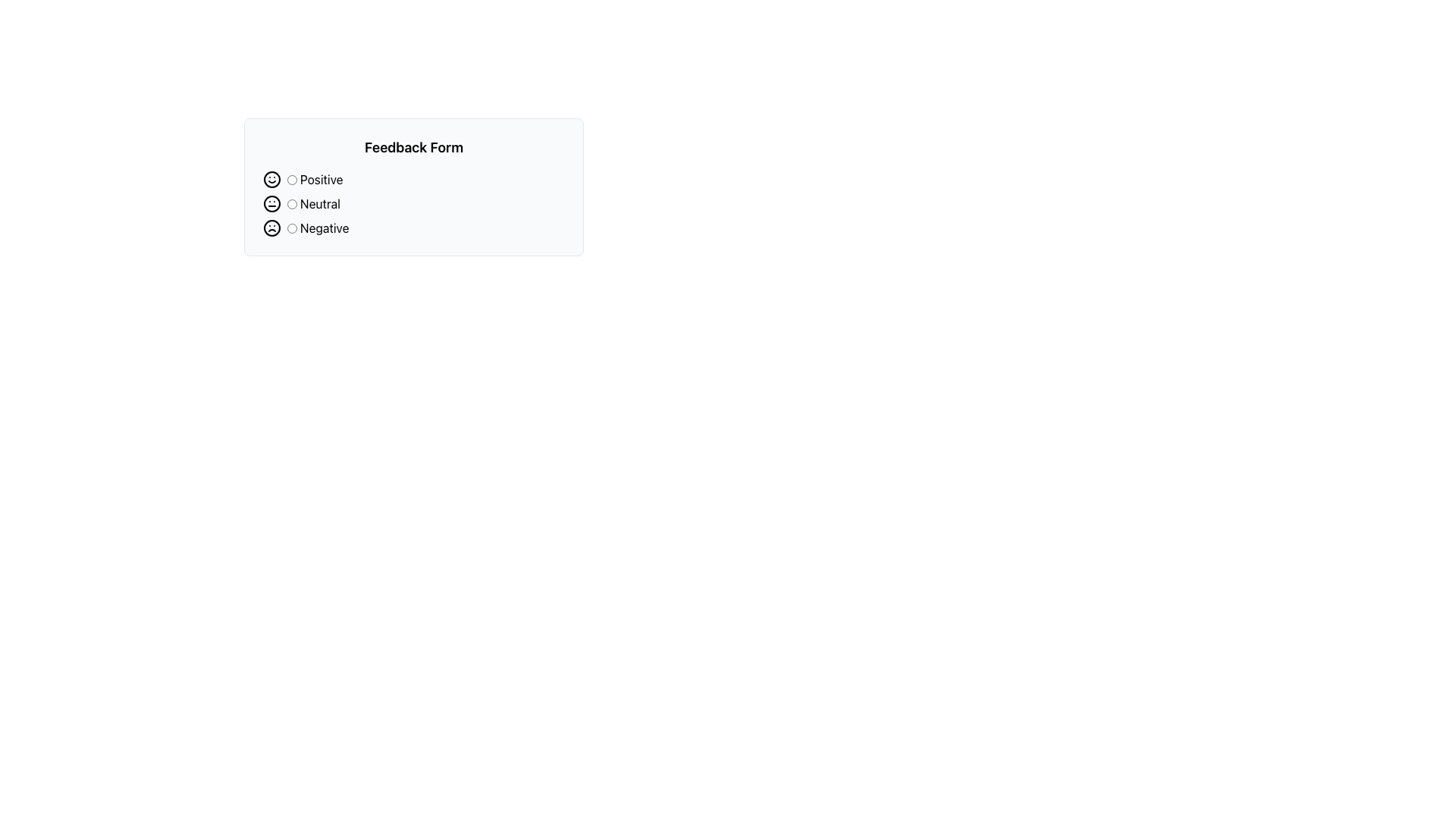 Image resolution: width=1456 pixels, height=819 pixels. Describe the element at coordinates (414, 227) in the screenshot. I see `the radio button labeled 'Negative'` at that location.